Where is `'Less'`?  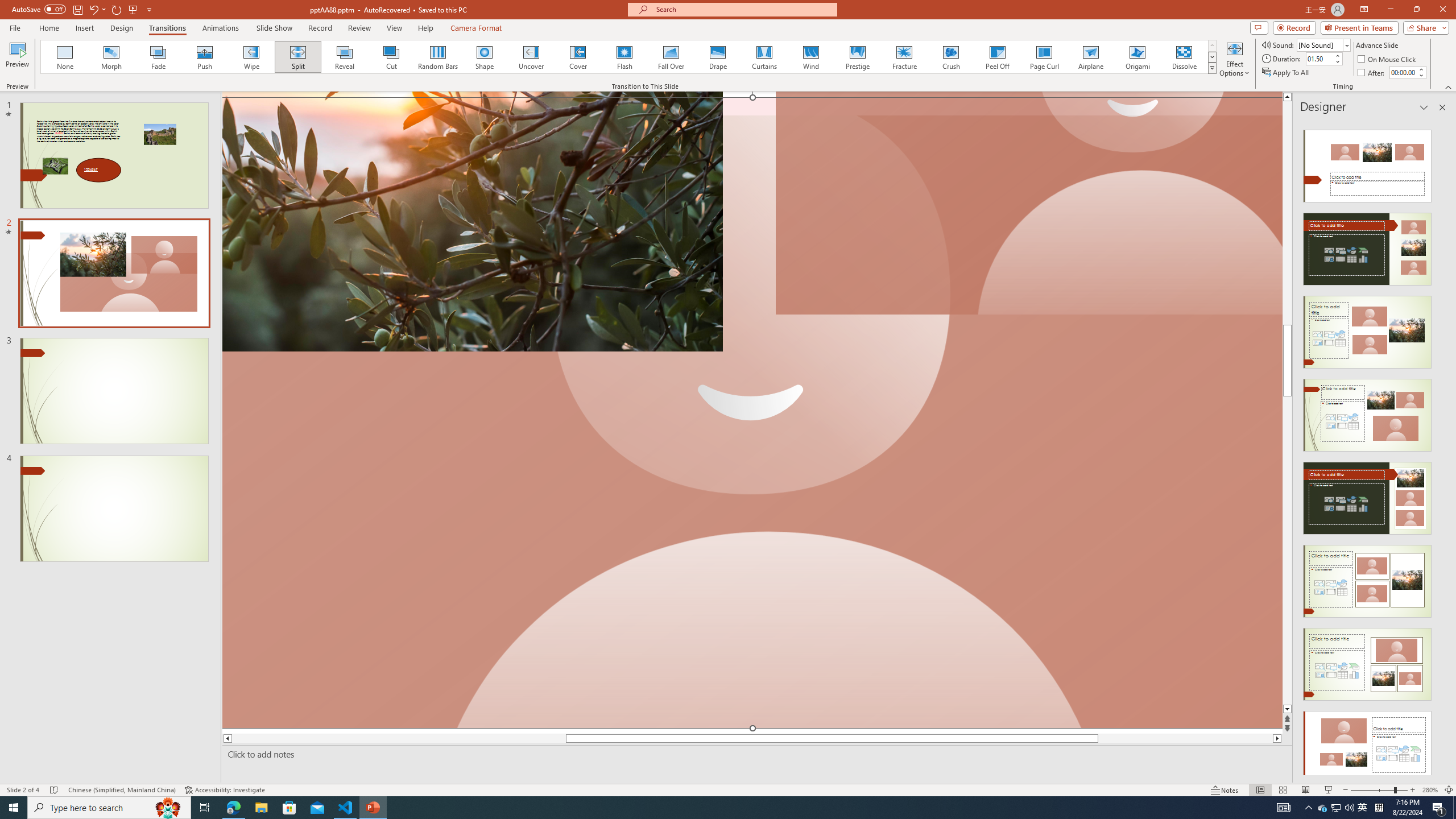 'Less' is located at coordinates (1421, 75).